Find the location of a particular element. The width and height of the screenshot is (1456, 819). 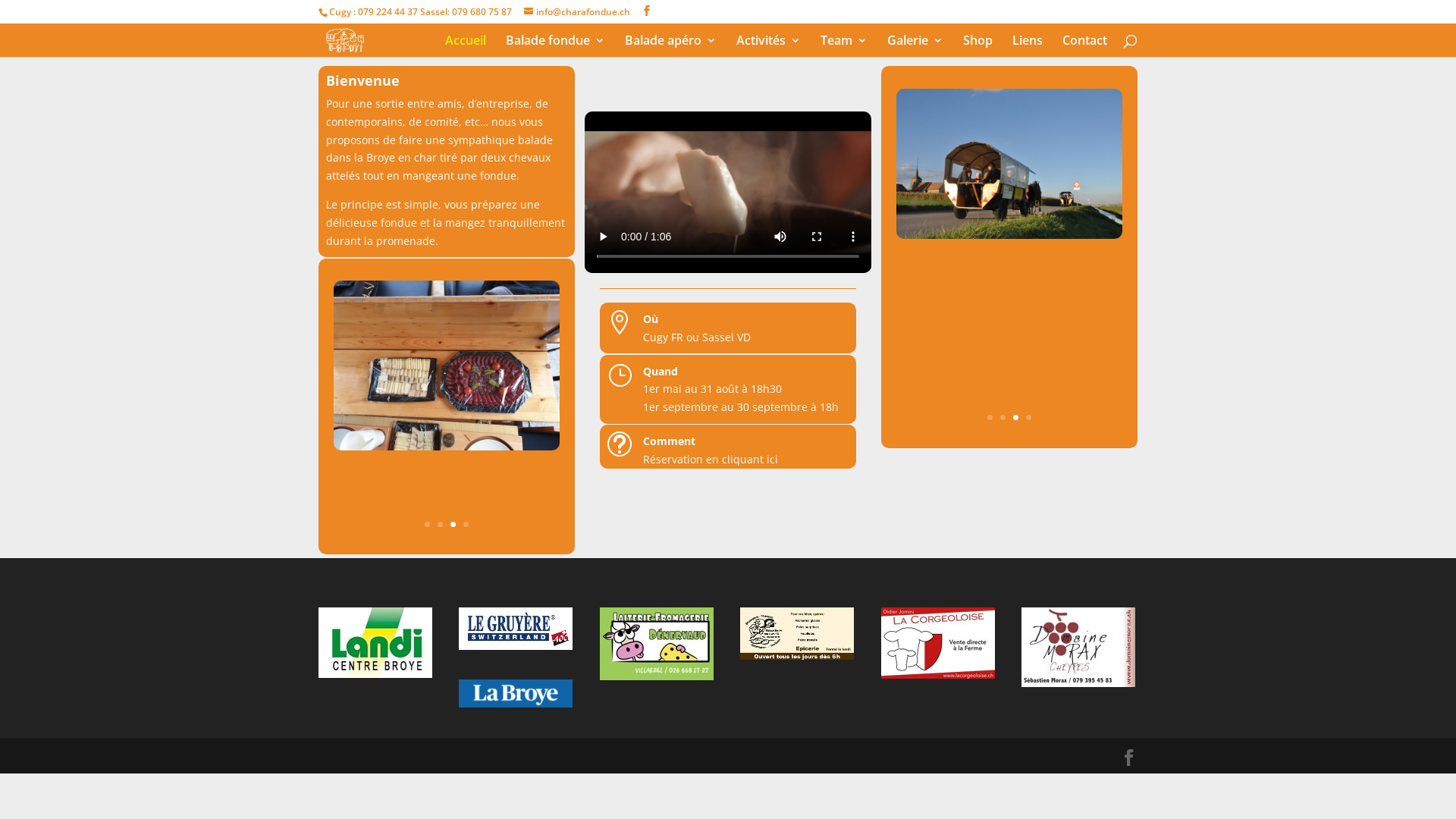

'Balade fondue' is located at coordinates (506, 45).